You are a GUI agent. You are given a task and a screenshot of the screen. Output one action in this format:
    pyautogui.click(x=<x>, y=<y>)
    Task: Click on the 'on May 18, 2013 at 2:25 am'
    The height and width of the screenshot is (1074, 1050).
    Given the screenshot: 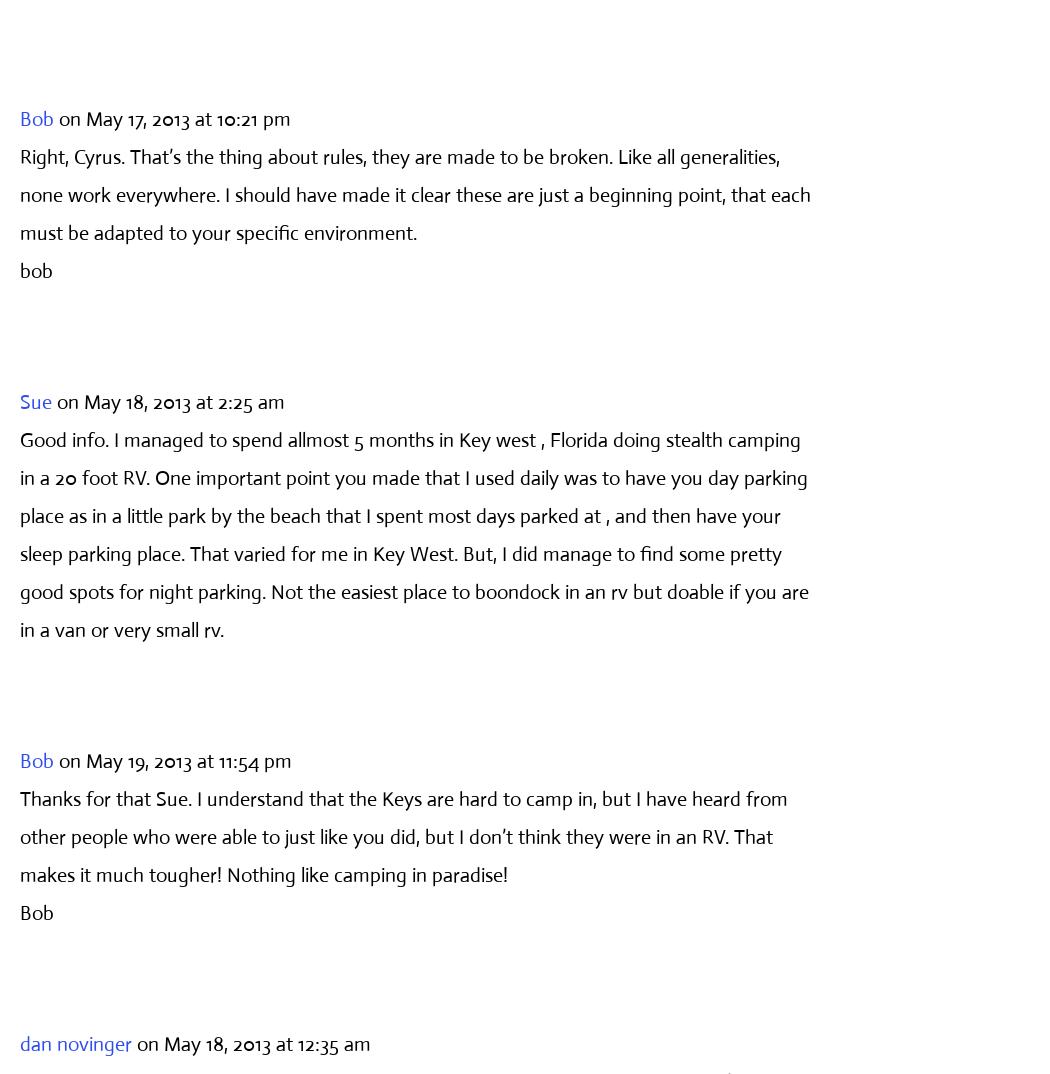 What is the action you would take?
    pyautogui.click(x=171, y=401)
    